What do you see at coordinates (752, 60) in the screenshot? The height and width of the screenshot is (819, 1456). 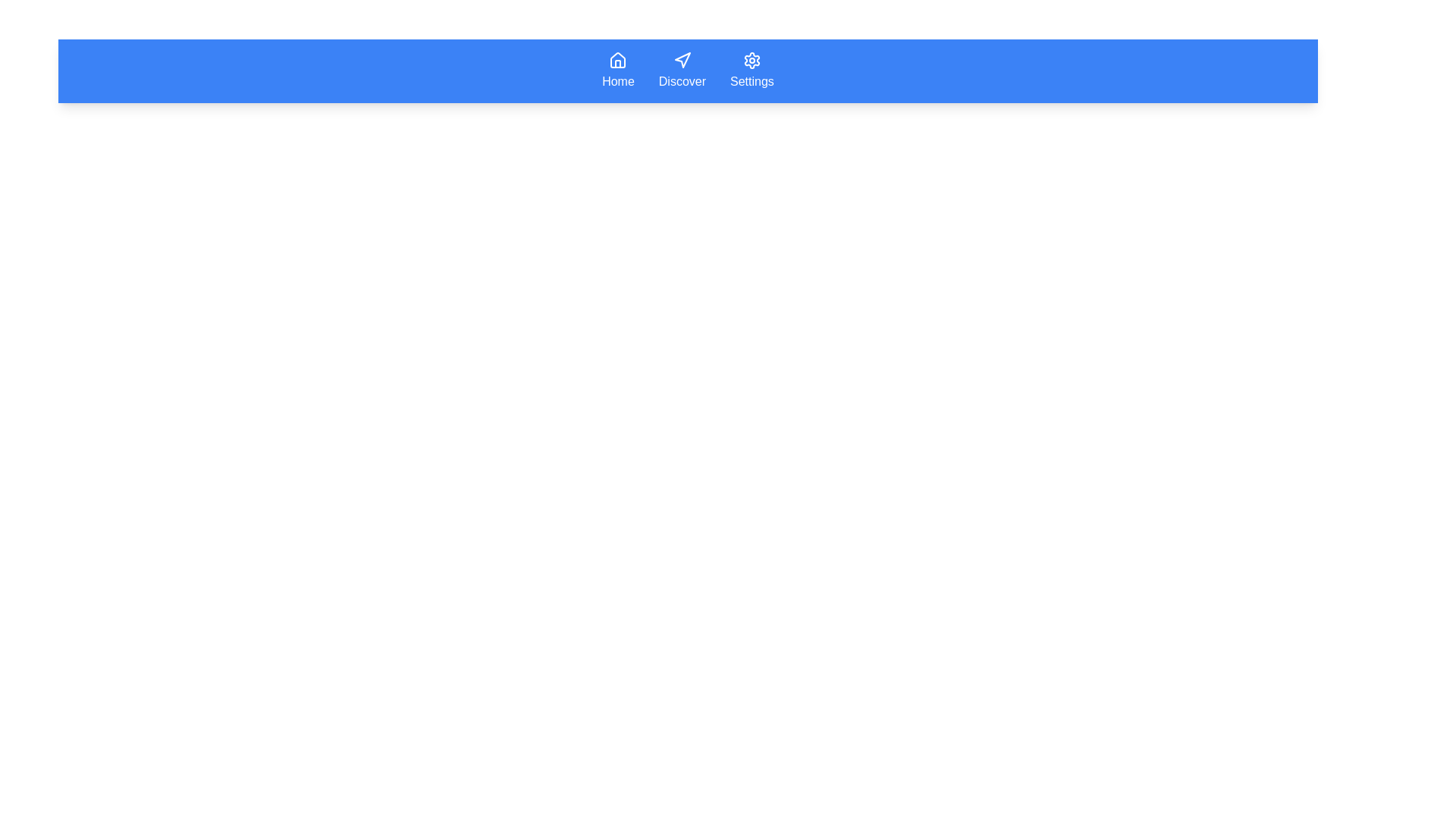 I see `the Settings icon located in the navigation bar at the top of the interface` at bounding box center [752, 60].